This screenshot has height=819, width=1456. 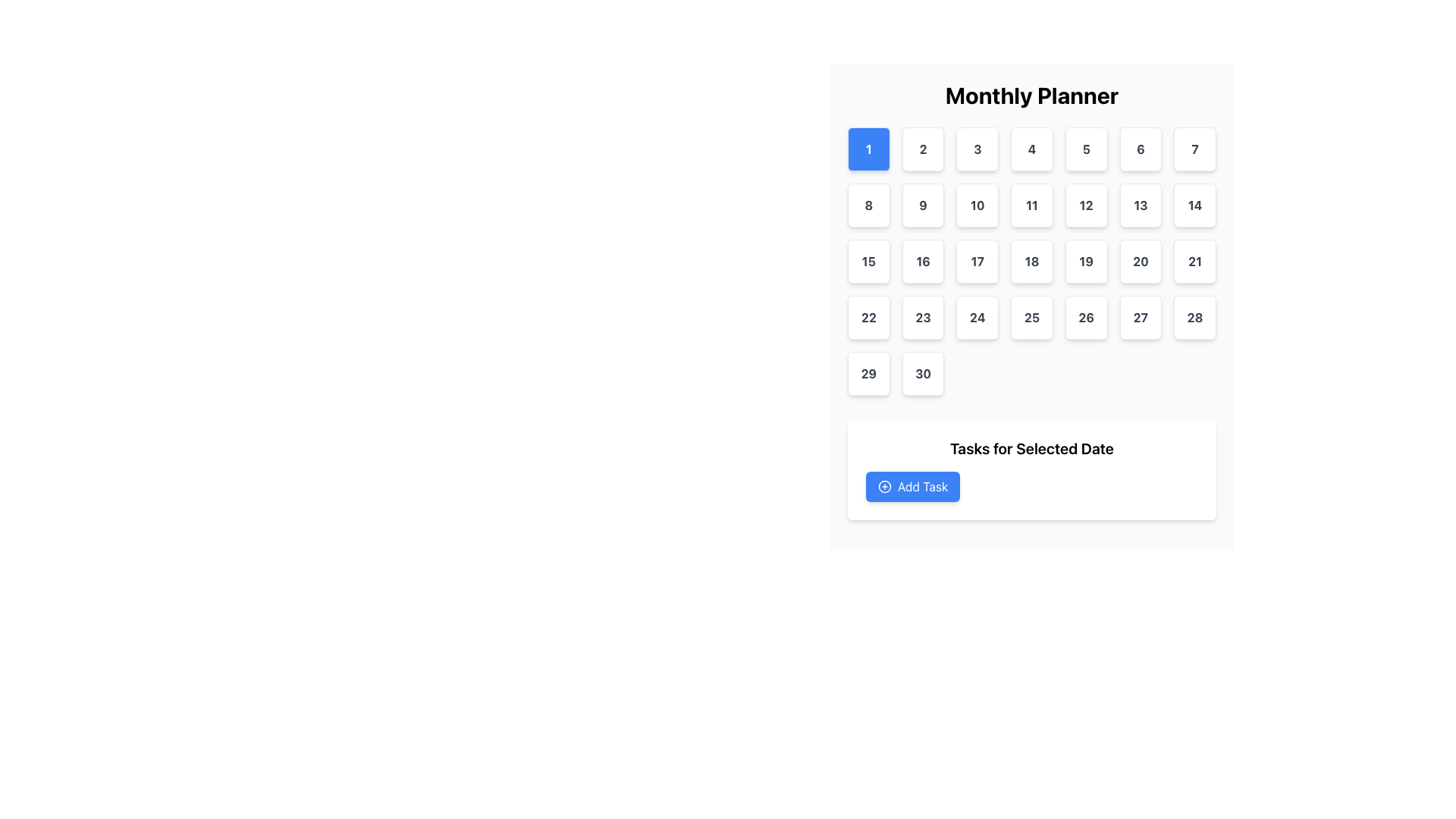 What do you see at coordinates (868, 374) in the screenshot?
I see `the square-shaped button displaying the number '29', which has a white background and gray text, located in the 5th row and 1st column of the grid layout below the 'Monthly Planner' heading` at bounding box center [868, 374].